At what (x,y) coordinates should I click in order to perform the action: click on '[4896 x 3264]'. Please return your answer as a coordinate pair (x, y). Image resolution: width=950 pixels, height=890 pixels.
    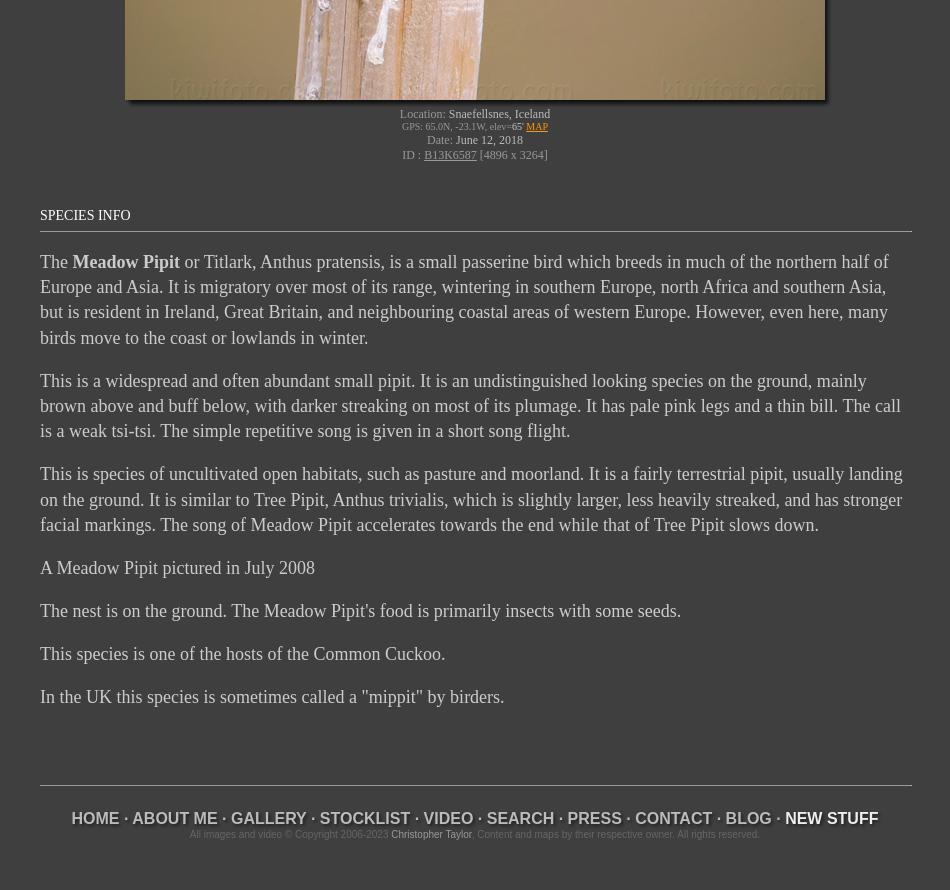
    Looking at the image, I should click on (476, 153).